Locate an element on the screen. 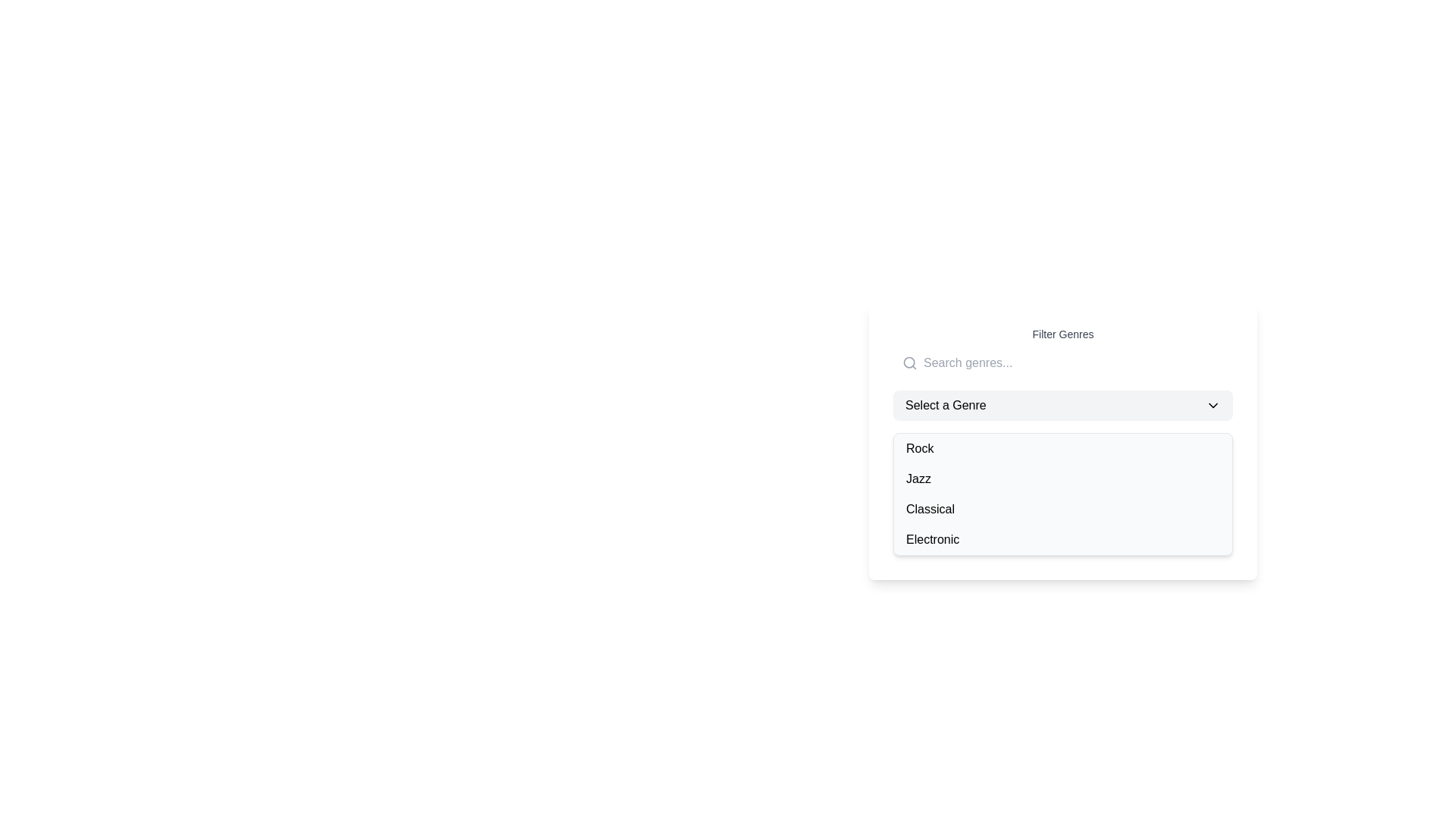 This screenshot has width=1456, height=819. the downward-pointing caret icon at the far-right side of the 'Select a Genre' dropdown is located at coordinates (1212, 405).